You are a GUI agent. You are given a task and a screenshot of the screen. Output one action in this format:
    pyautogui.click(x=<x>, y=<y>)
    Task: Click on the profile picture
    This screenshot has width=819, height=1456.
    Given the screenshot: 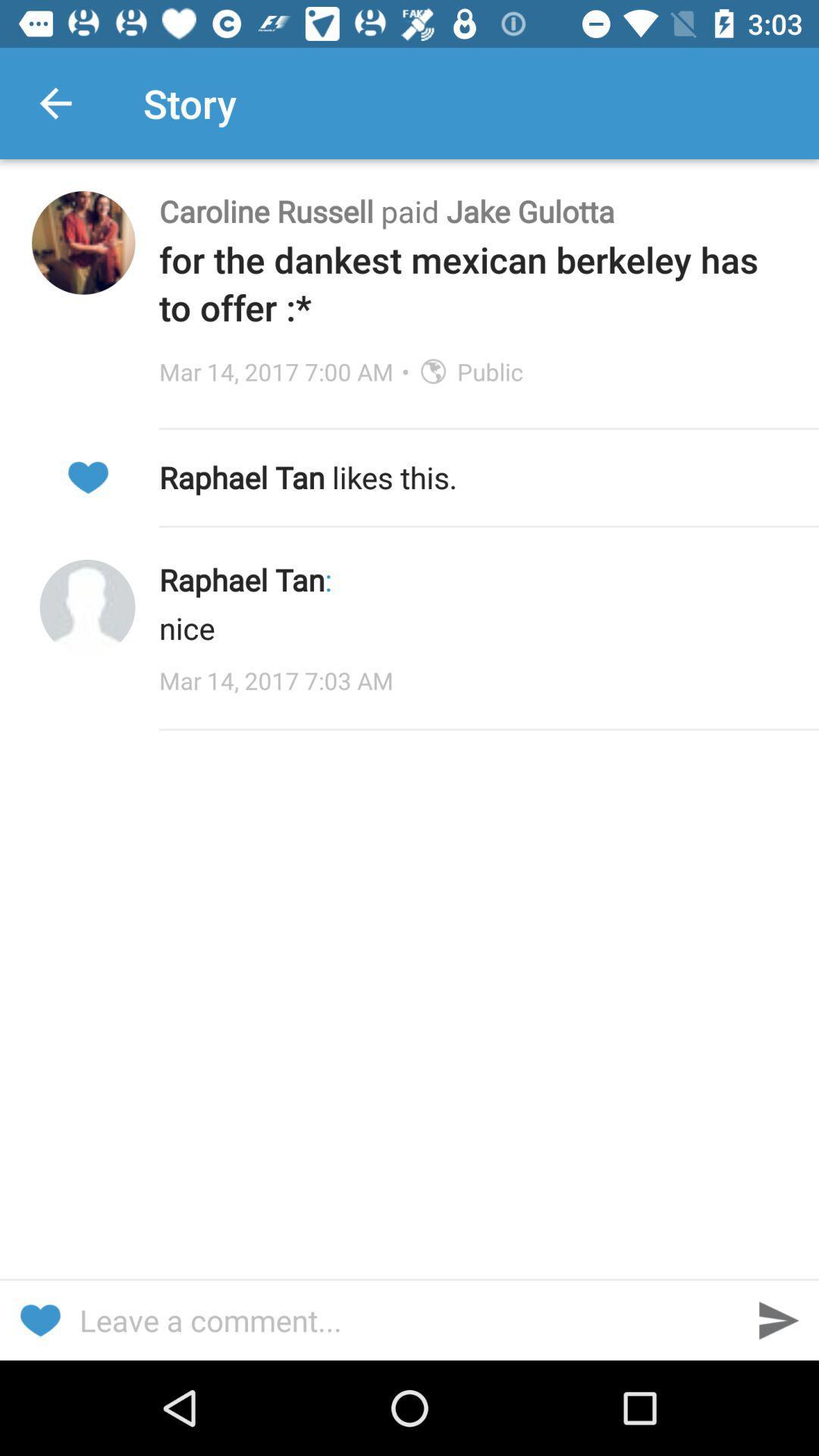 What is the action you would take?
    pyautogui.click(x=87, y=607)
    